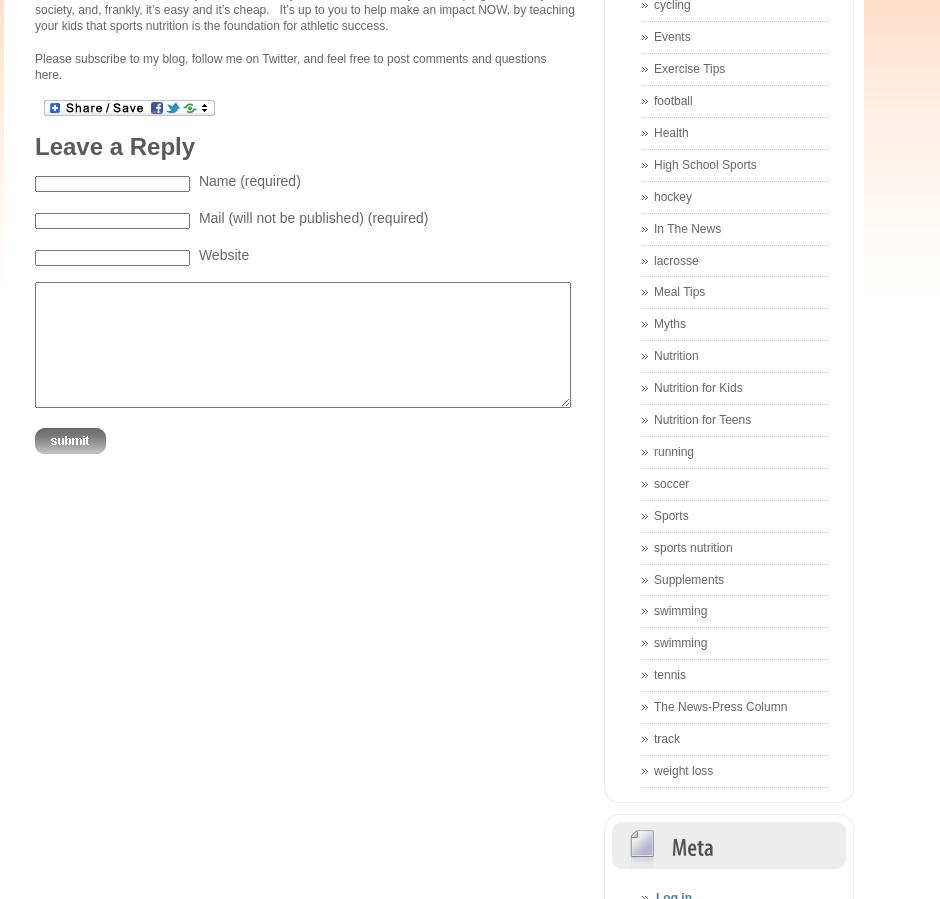  Describe the element at coordinates (669, 673) in the screenshot. I see `'tennis'` at that location.